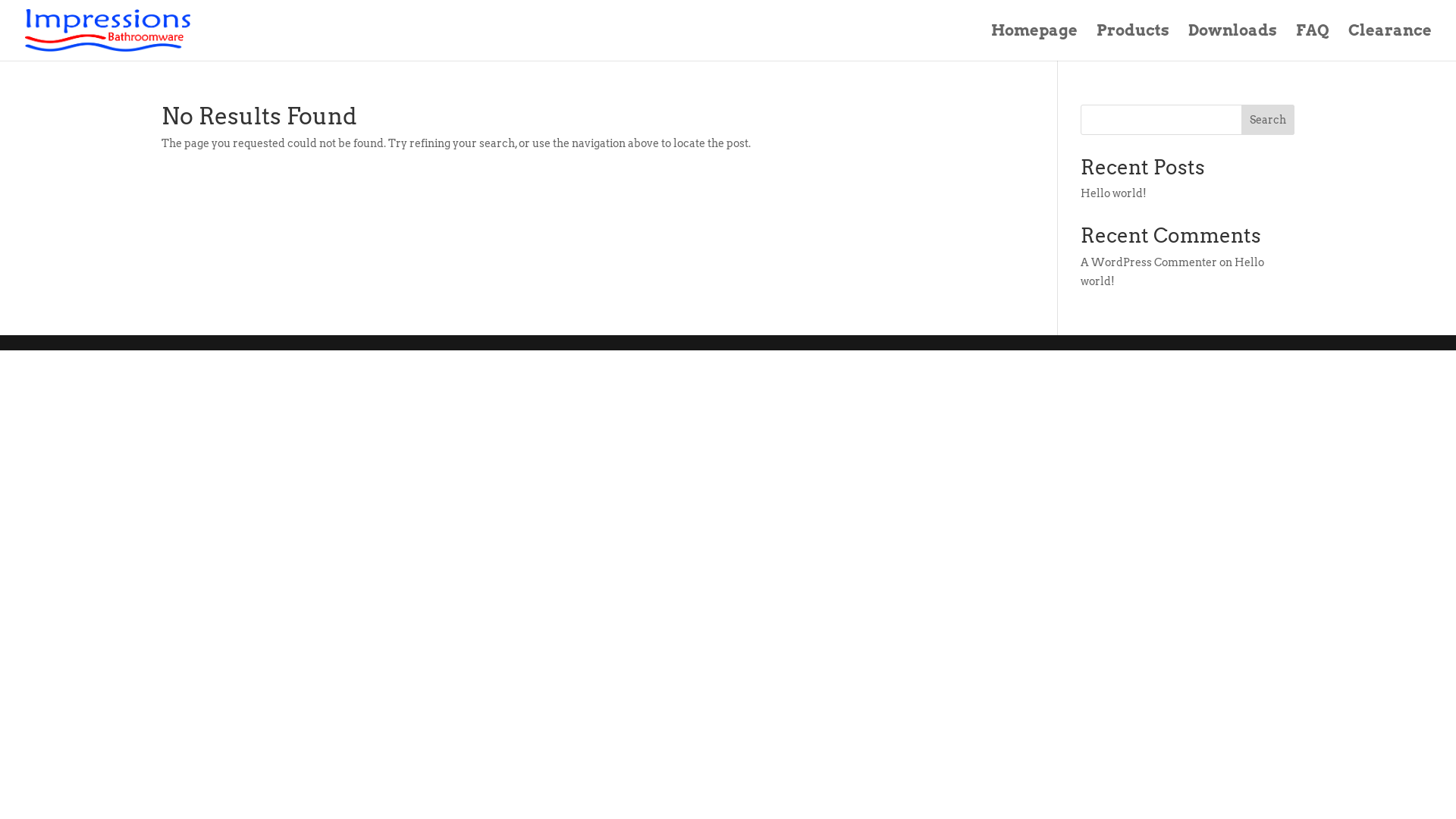  What do you see at coordinates (1033, 42) in the screenshot?
I see `'Homepage'` at bounding box center [1033, 42].